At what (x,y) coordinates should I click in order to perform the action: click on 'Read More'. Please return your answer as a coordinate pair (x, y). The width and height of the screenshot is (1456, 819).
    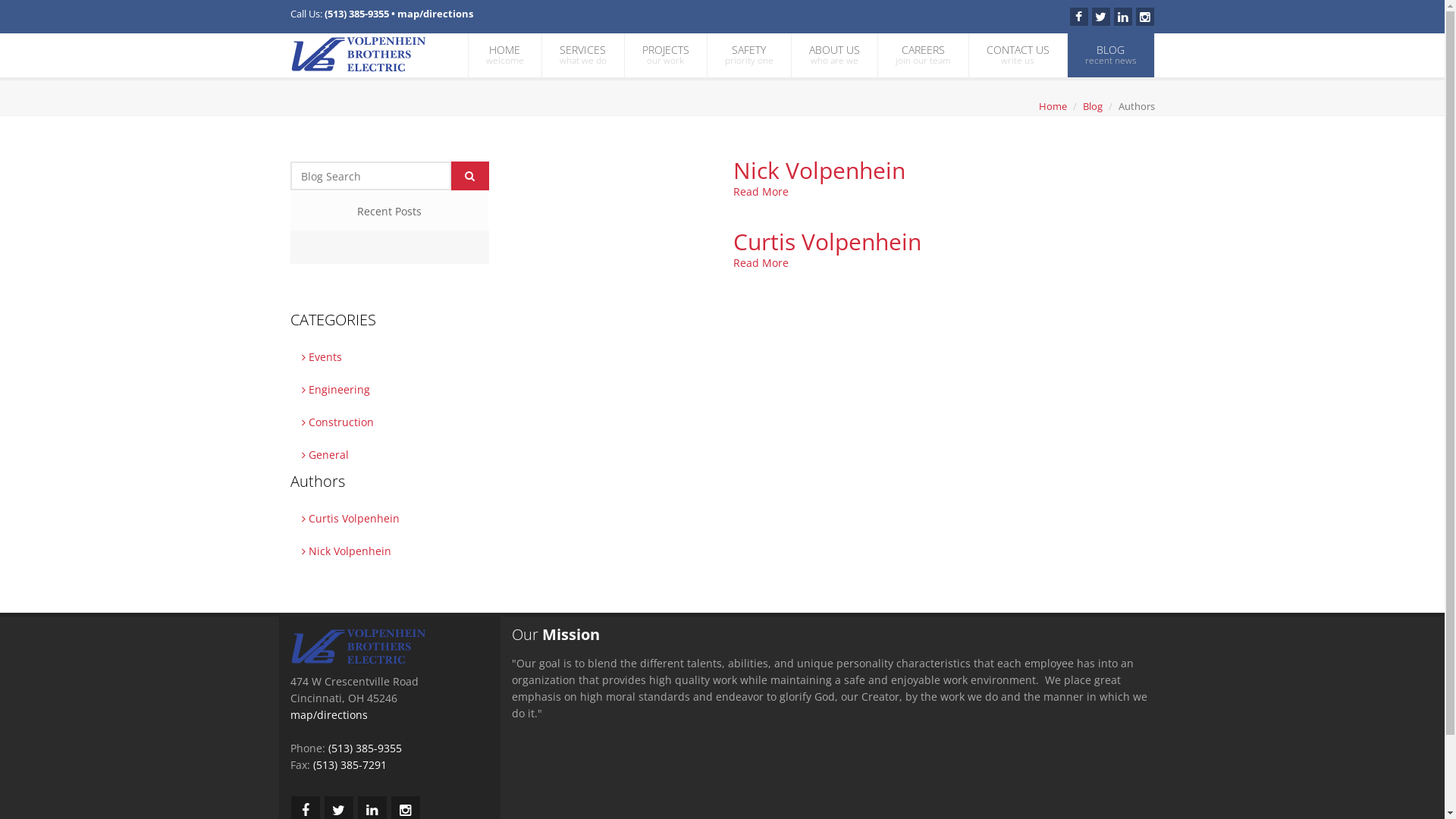
    Looking at the image, I should click on (761, 190).